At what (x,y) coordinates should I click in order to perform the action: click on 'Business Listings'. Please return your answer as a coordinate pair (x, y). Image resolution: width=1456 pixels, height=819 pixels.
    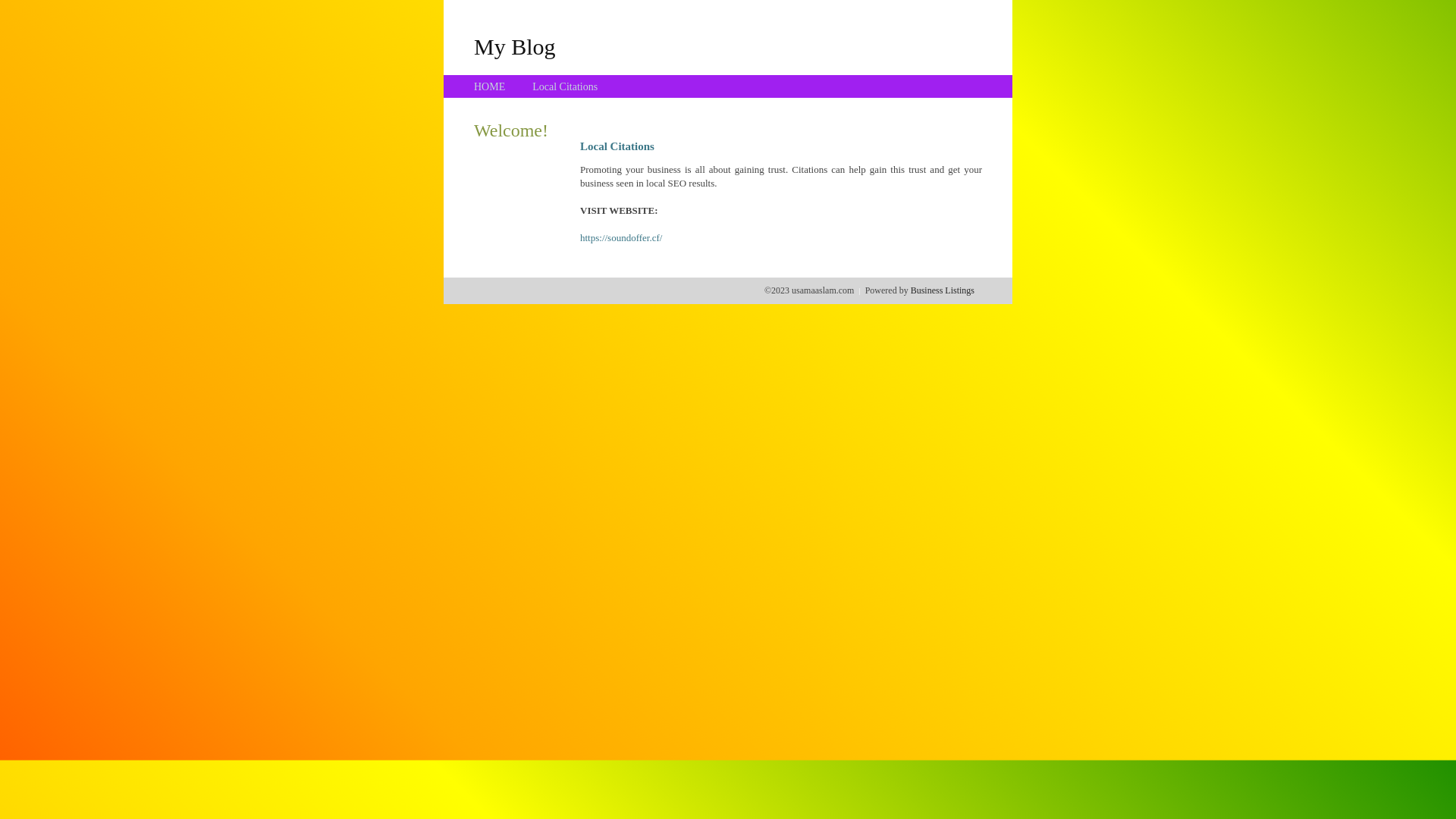
    Looking at the image, I should click on (942, 290).